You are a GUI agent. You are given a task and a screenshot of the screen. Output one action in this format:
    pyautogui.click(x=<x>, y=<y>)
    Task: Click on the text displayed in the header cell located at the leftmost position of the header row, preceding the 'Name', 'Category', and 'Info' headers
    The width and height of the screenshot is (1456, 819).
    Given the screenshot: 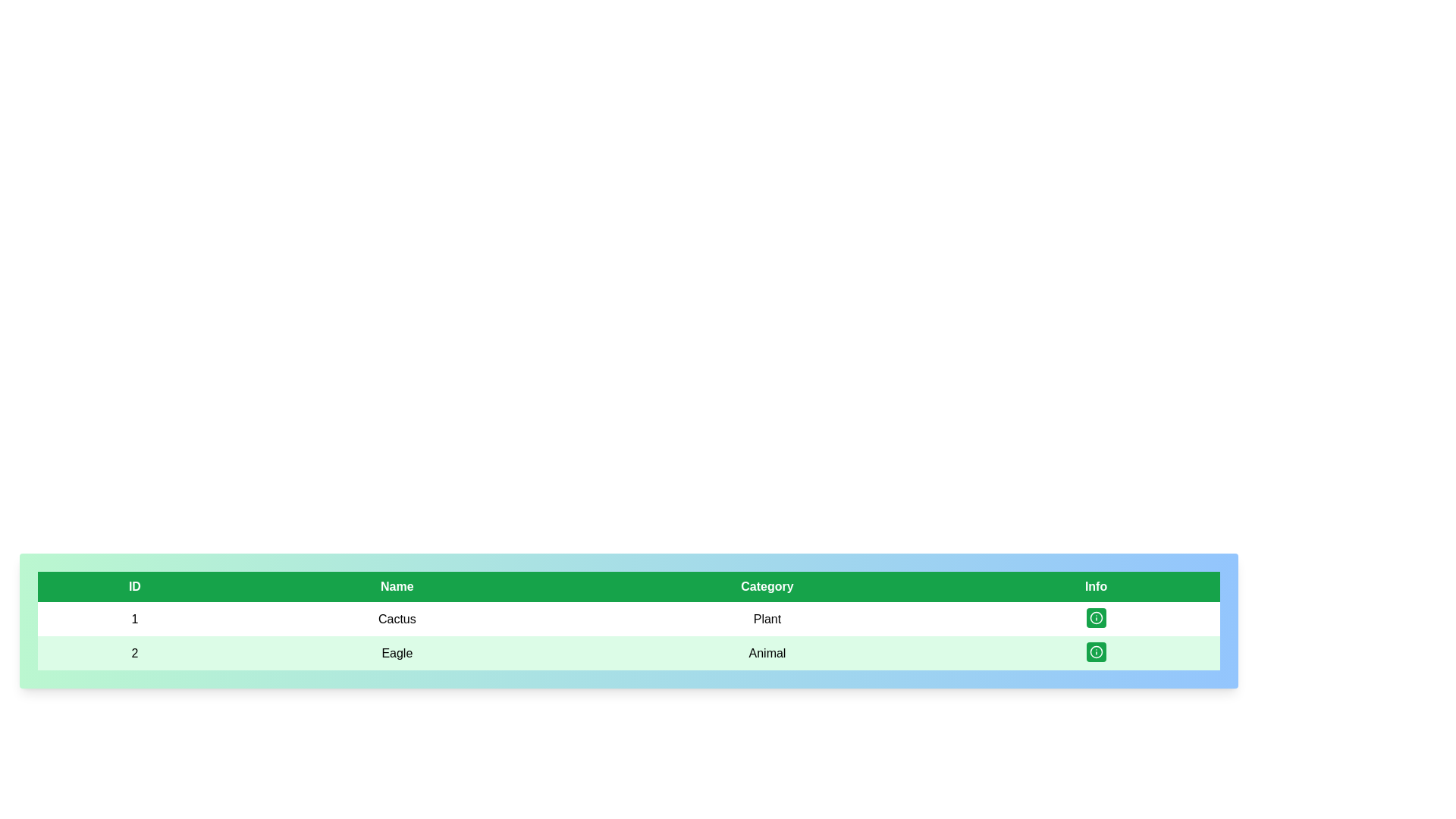 What is the action you would take?
    pyautogui.click(x=134, y=586)
    